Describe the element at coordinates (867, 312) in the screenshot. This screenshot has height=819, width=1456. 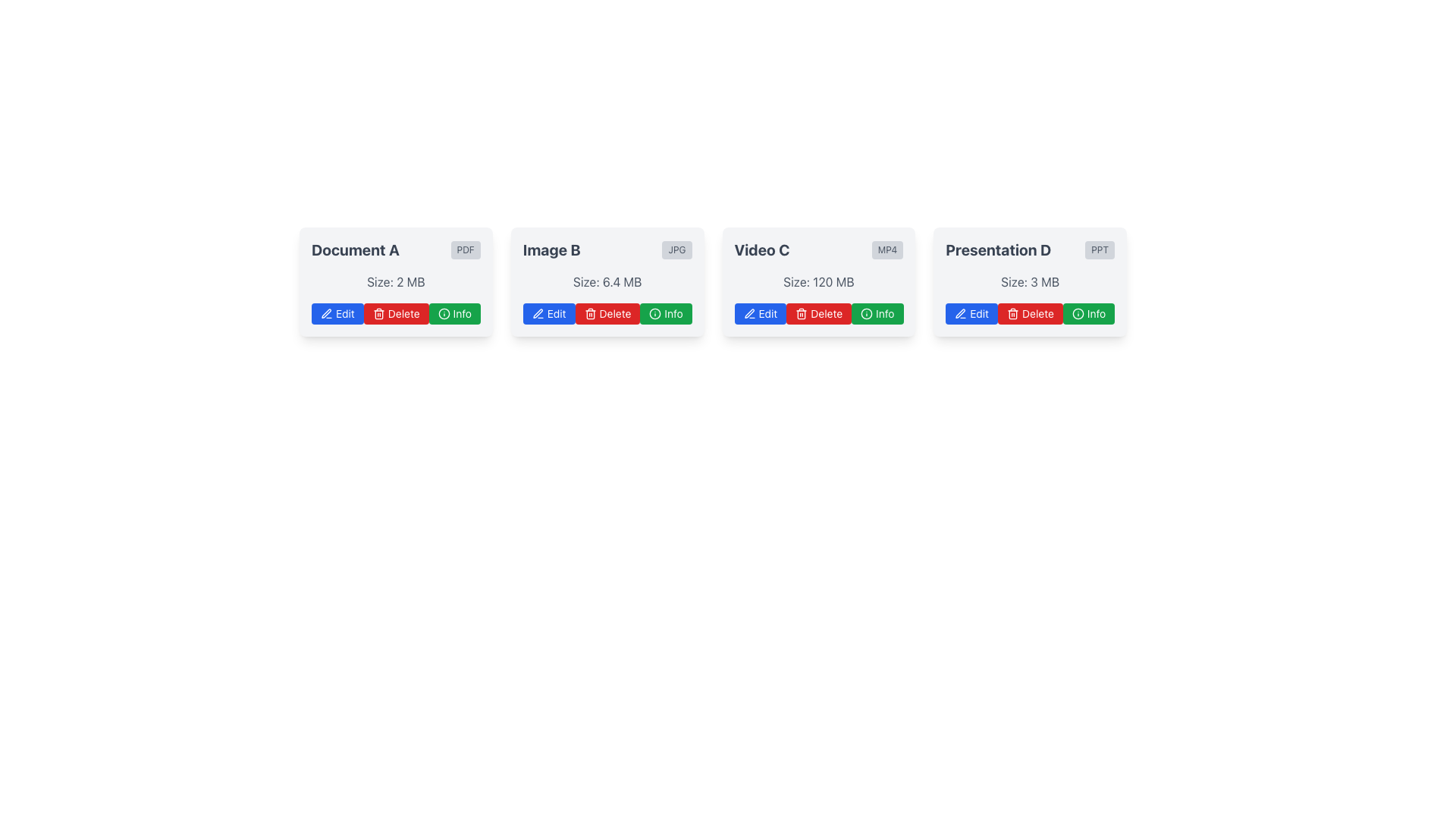
I see `the decorative part of the 'info' icon located in the top-right corner of the file card labeled 'Image B'` at that location.